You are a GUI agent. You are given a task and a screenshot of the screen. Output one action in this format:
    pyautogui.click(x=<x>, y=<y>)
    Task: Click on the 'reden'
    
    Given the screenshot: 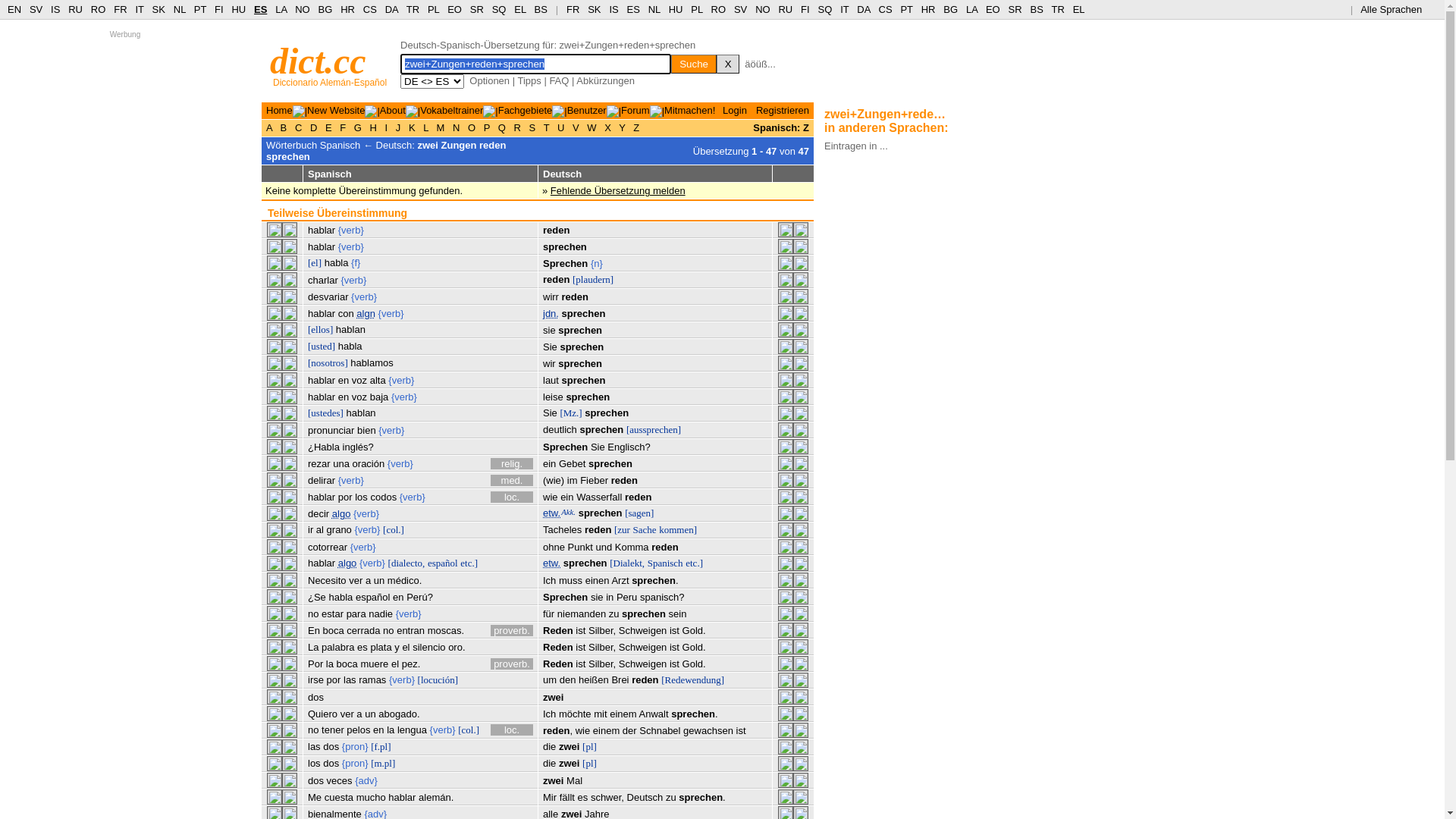 What is the action you would take?
    pyautogui.click(x=645, y=679)
    